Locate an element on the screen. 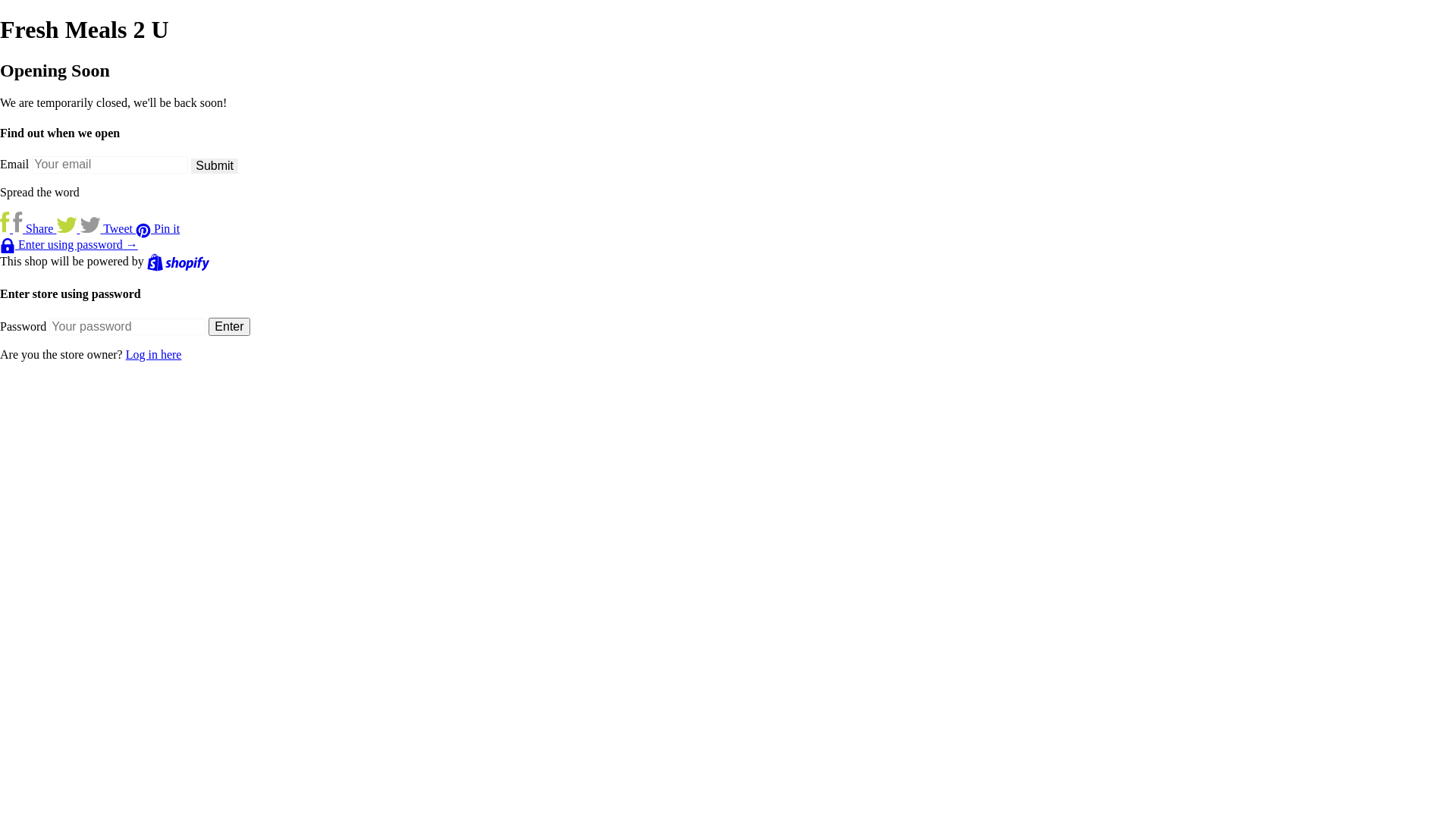  'Share is located at coordinates (28, 228).